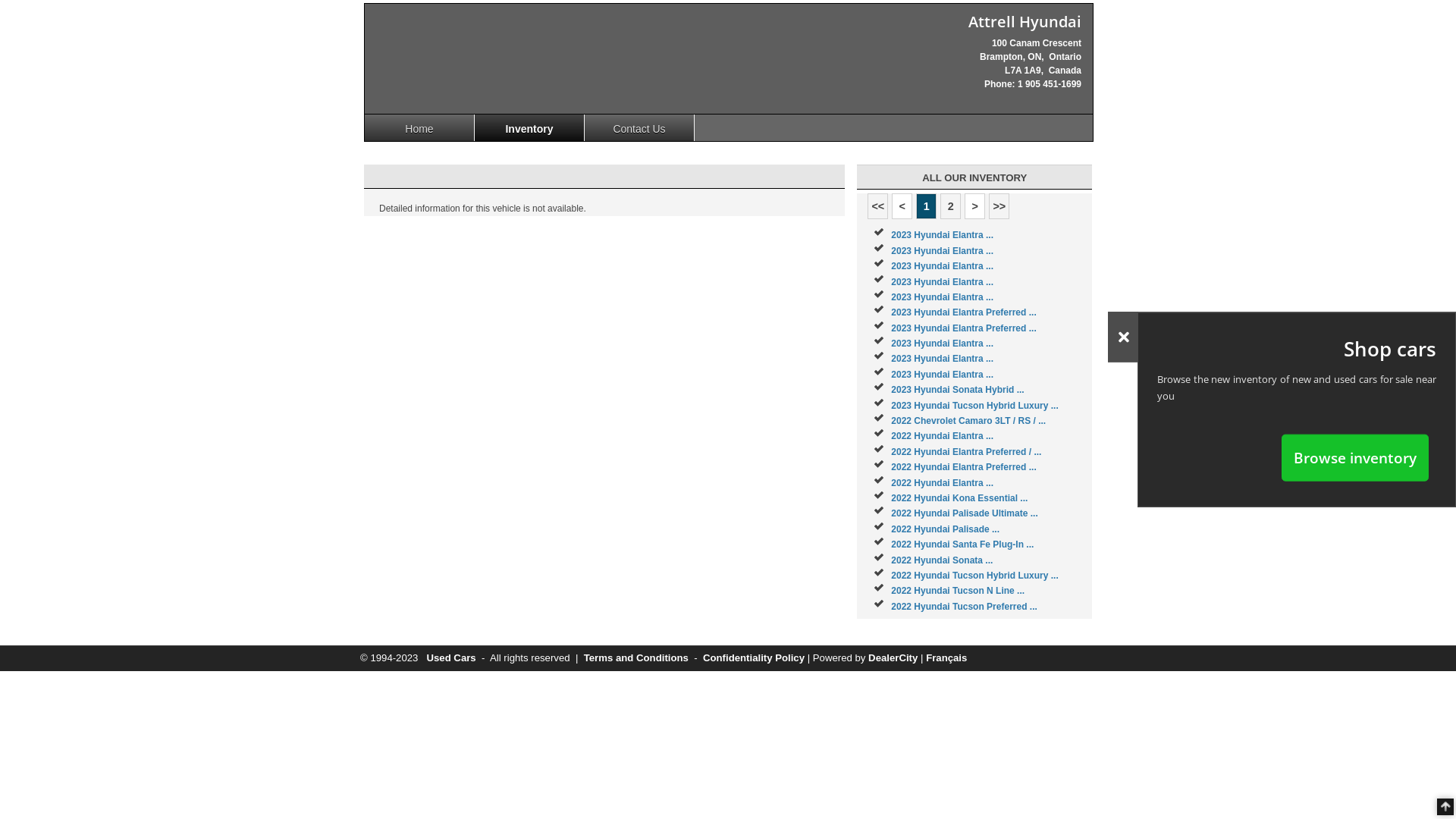 Image resolution: width=1456 pixels, height=819 pixels. Describe the element at coordinates (956, 590) in the screenshot. I see `'2022 Hyundai Tucson N Line ...'` at that location.